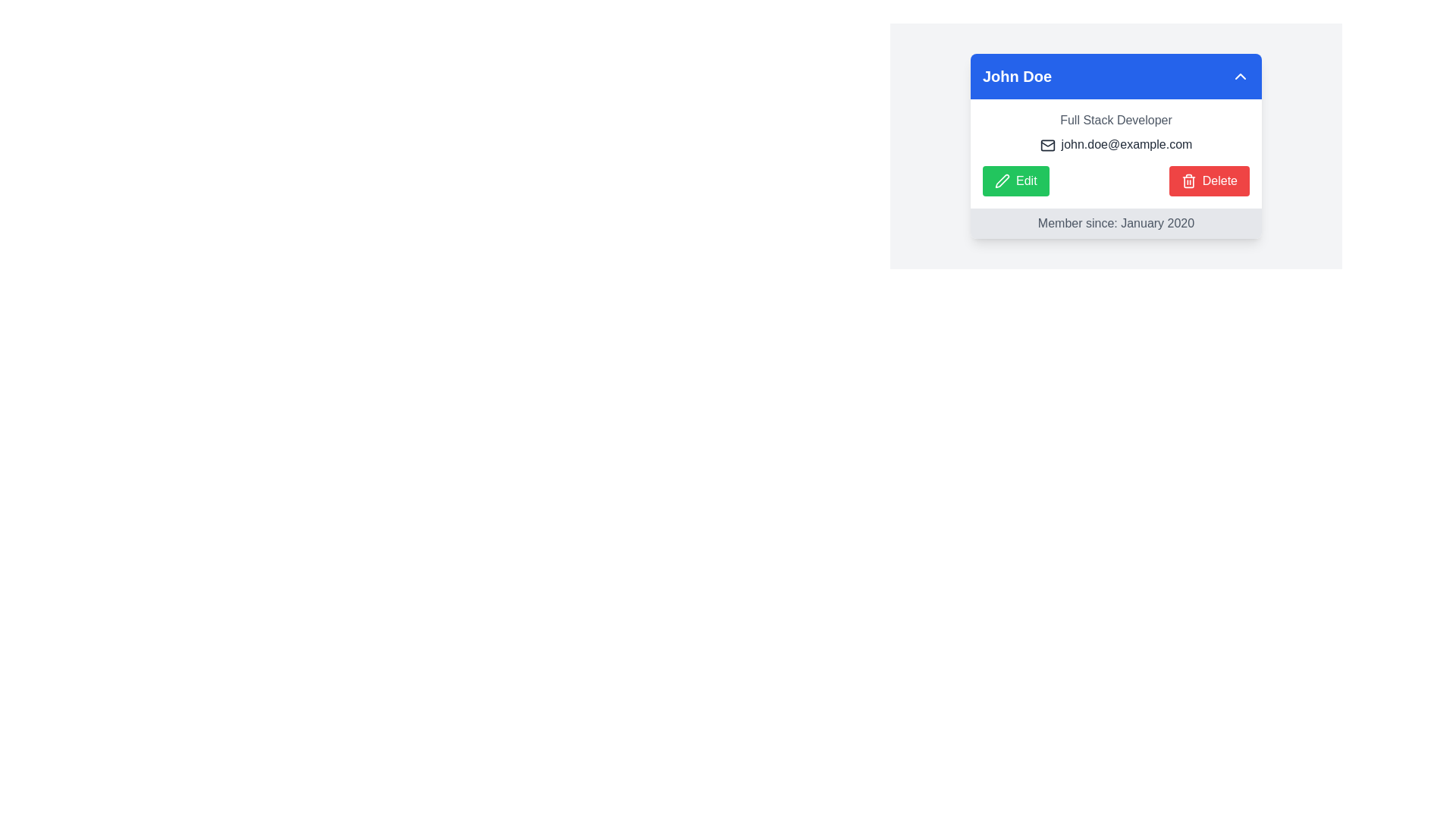 Image resolution: width=1456 pixels, height=819 pixels. I want to click on the delete button located on the right side of the green 'Edit' button, so click(1208, 180).